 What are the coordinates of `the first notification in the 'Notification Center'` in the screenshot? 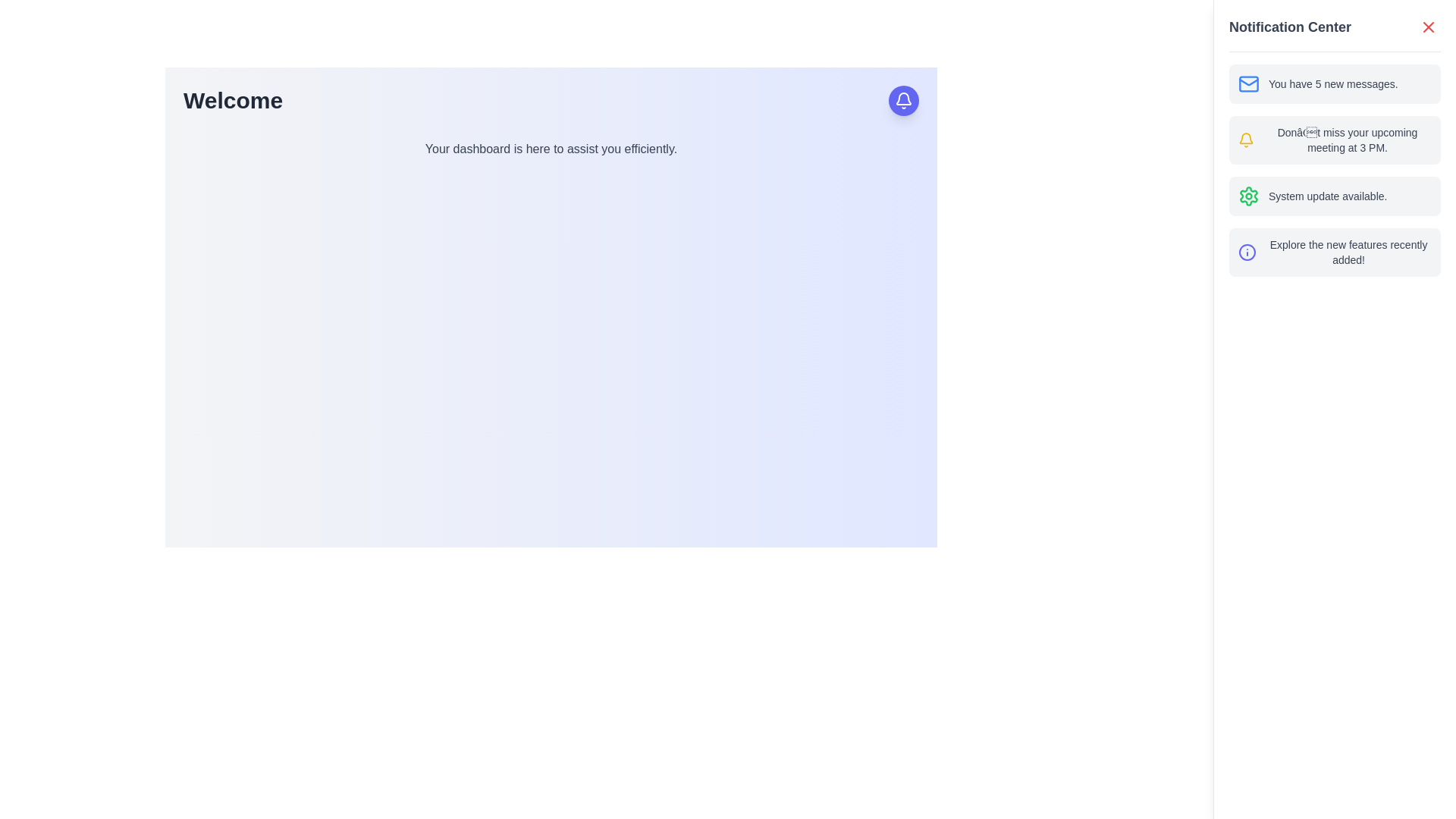 It's located at (1335, 84).